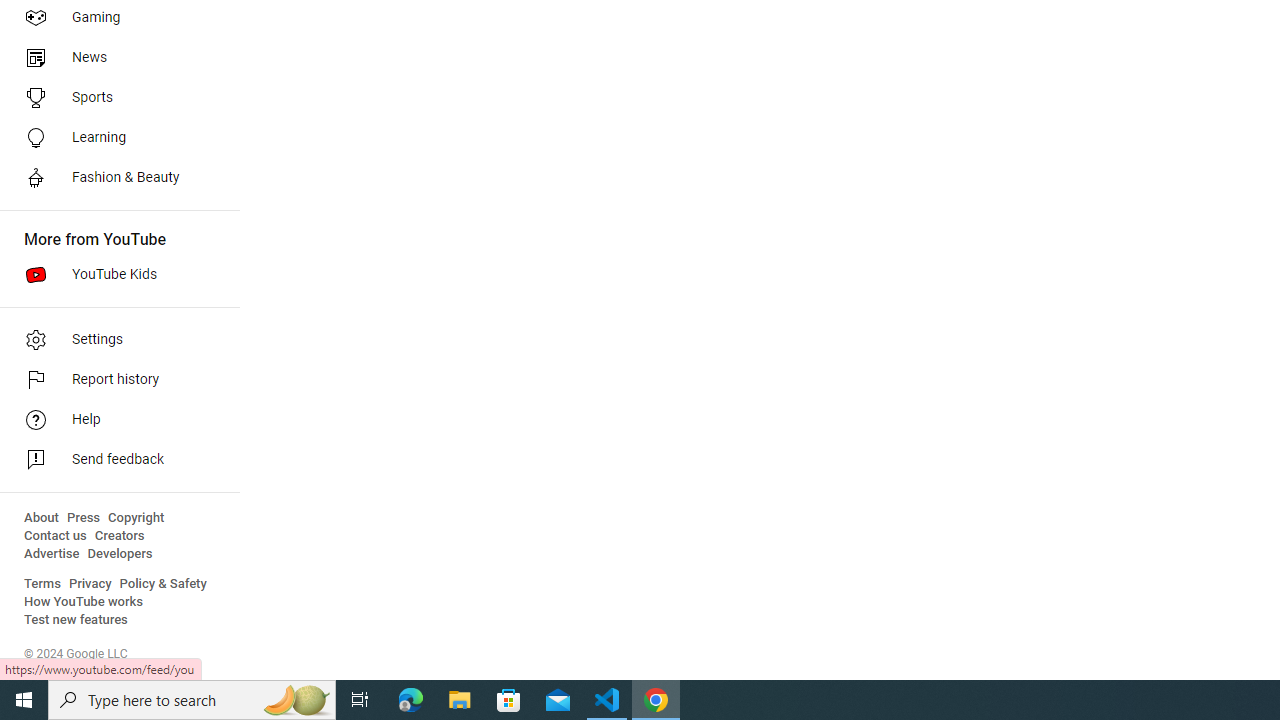  Describe the element at coordinates (112, 56) in the screenshot. I see `'News'` at that location.